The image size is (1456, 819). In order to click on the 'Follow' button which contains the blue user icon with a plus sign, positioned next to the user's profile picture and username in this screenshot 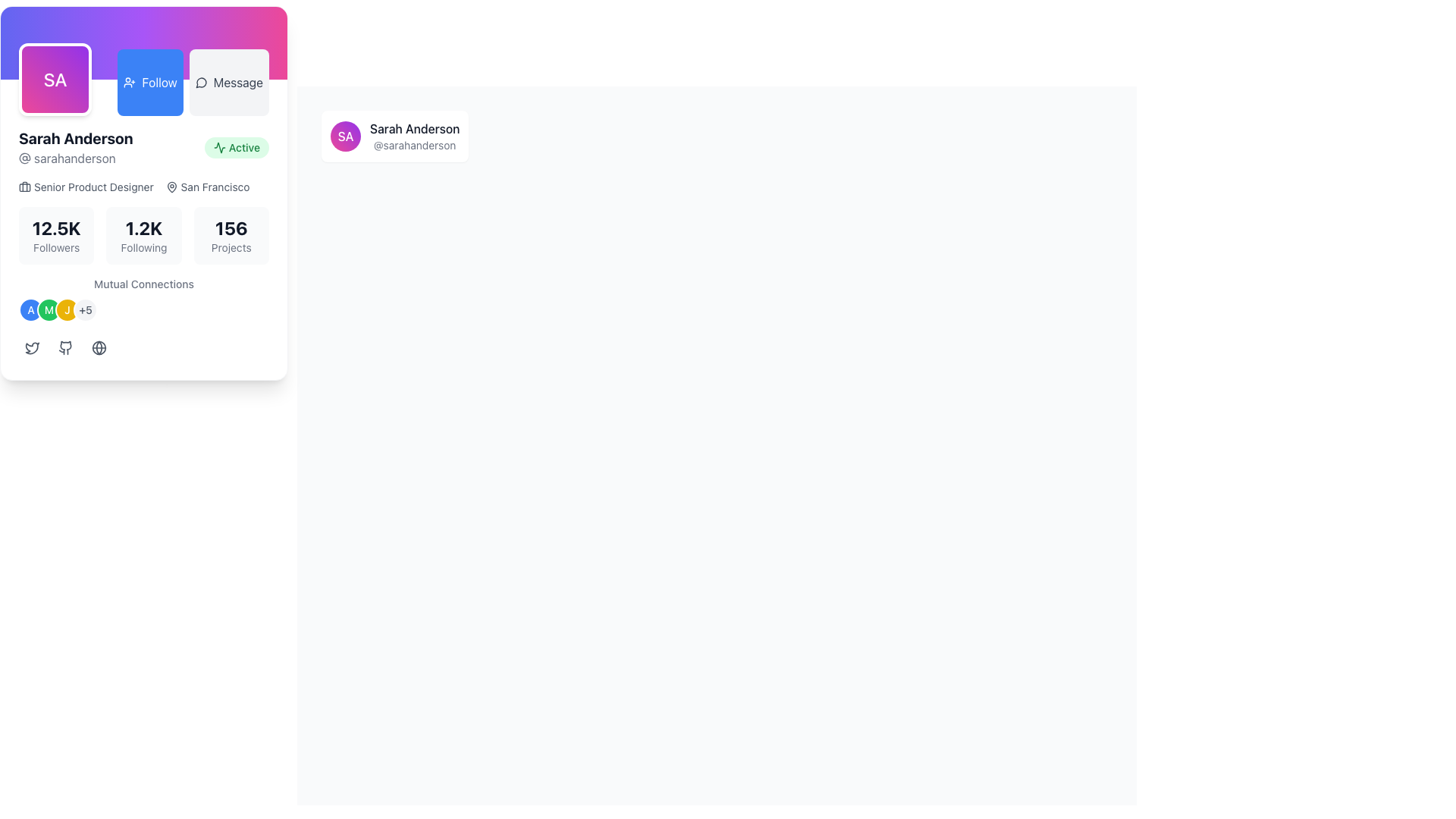, I will do `click(130, 82)`.